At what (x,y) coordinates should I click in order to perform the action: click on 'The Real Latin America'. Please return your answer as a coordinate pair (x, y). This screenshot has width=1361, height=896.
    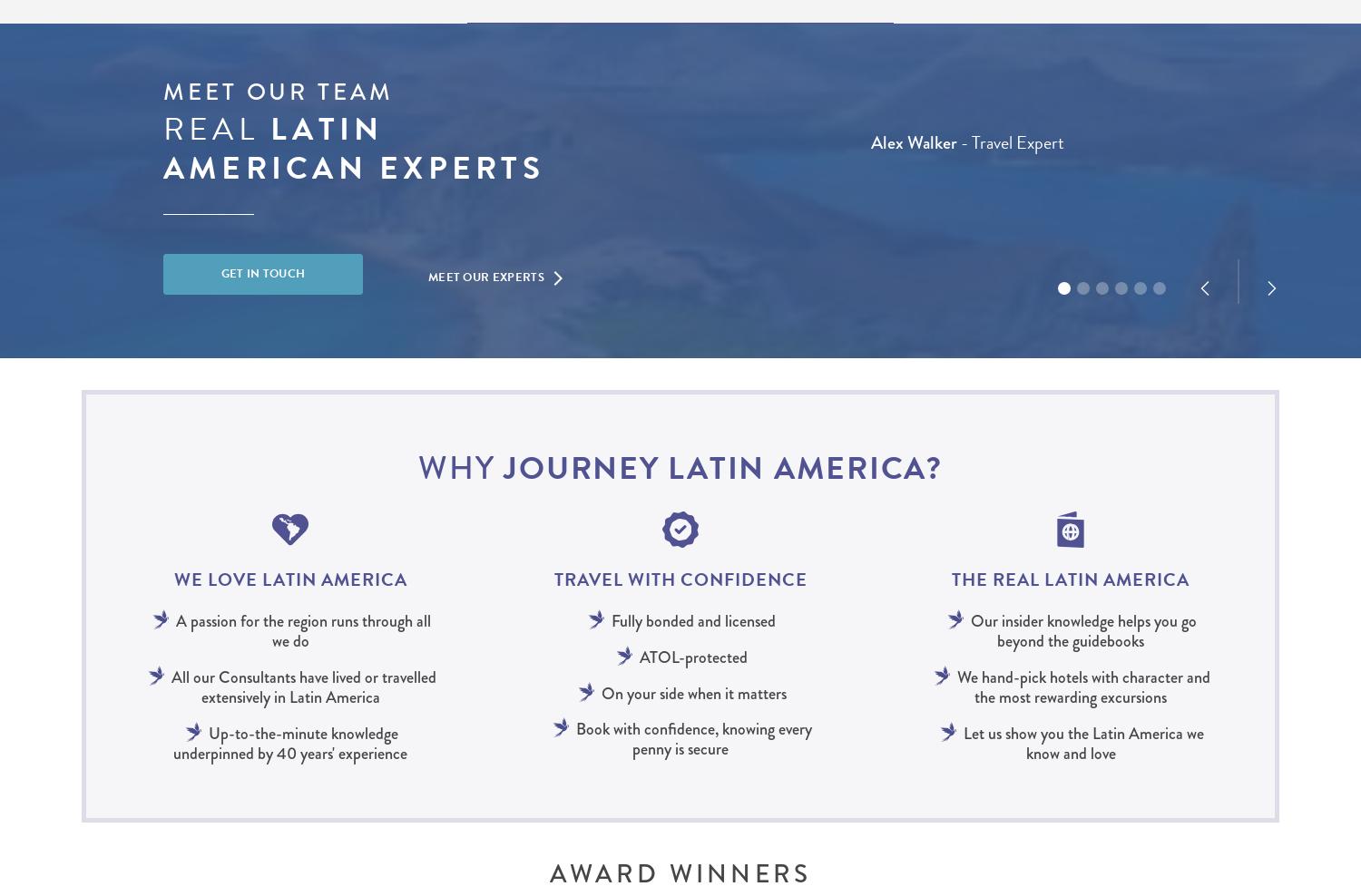
    Looking at the image, I should click on (1071, 579).